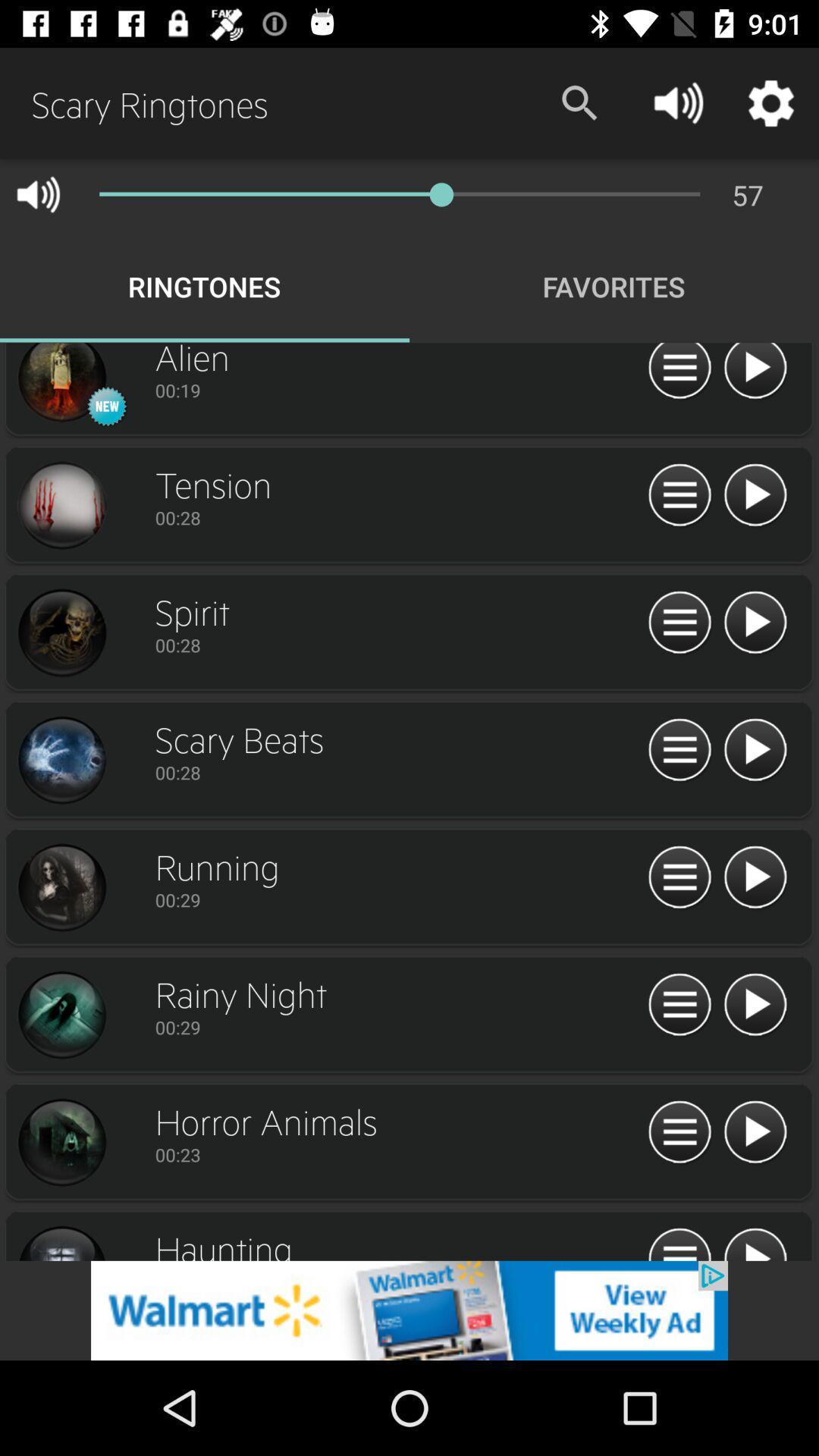  Describe the element at coordinates (679, 877) in the screenshot. I see `open ringtone` at that location.